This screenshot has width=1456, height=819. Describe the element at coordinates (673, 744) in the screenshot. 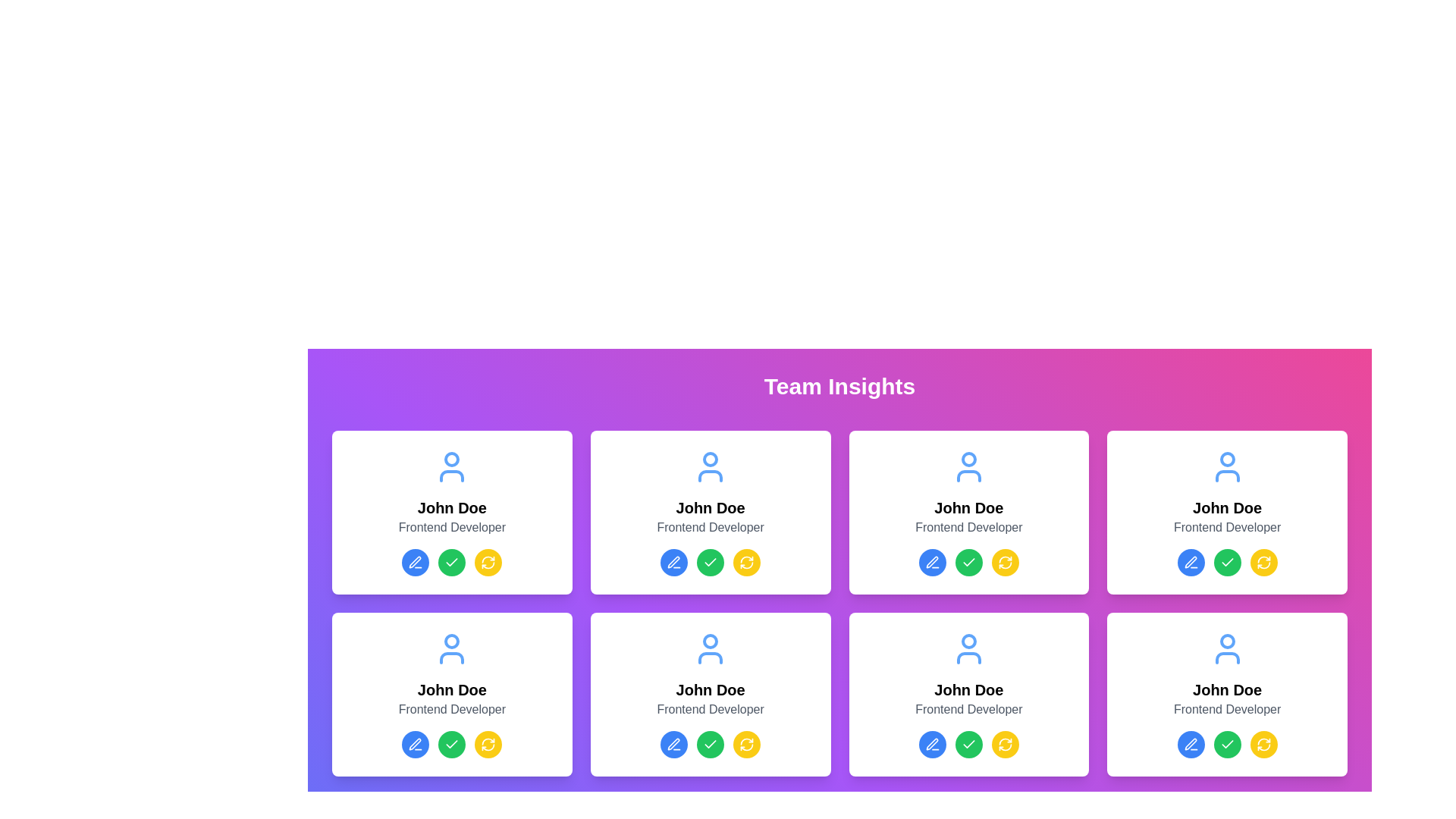

I see `the edit icon button located at the bottom left of the card displaying 'John Doe, Frontend Developer'` at that location.